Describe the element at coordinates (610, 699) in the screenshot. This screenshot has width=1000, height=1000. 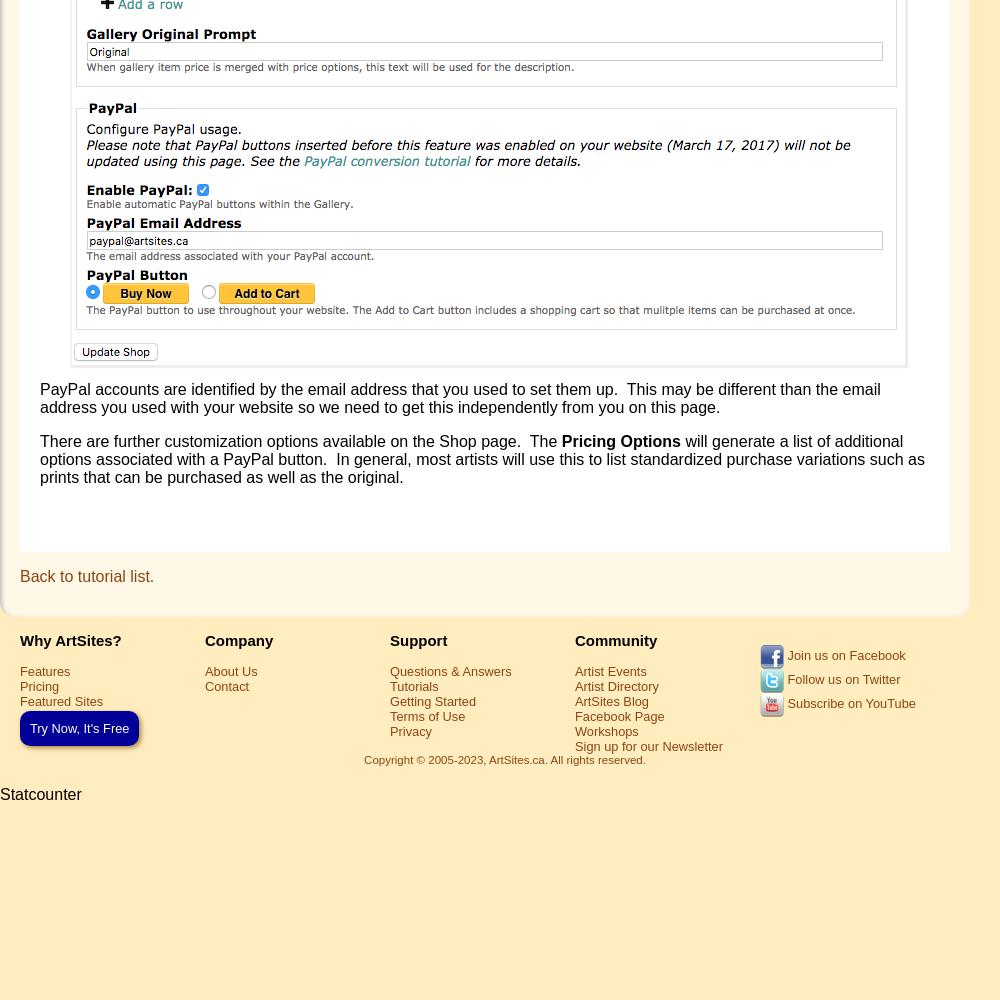
I see `'ArtSites Blog'` at that location.